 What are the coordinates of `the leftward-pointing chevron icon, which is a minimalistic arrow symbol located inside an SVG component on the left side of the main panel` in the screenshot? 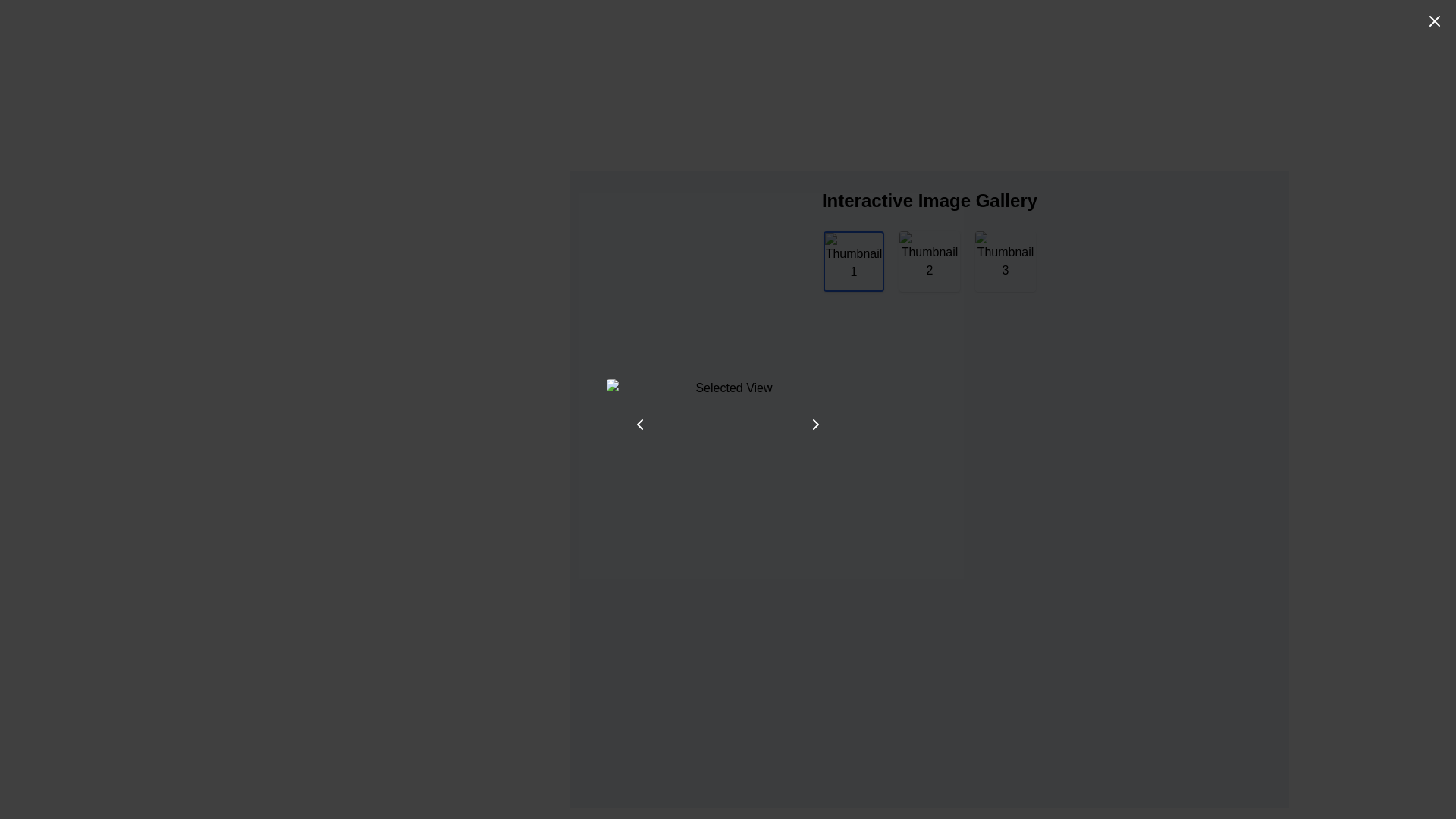 It's located at (640, 424).